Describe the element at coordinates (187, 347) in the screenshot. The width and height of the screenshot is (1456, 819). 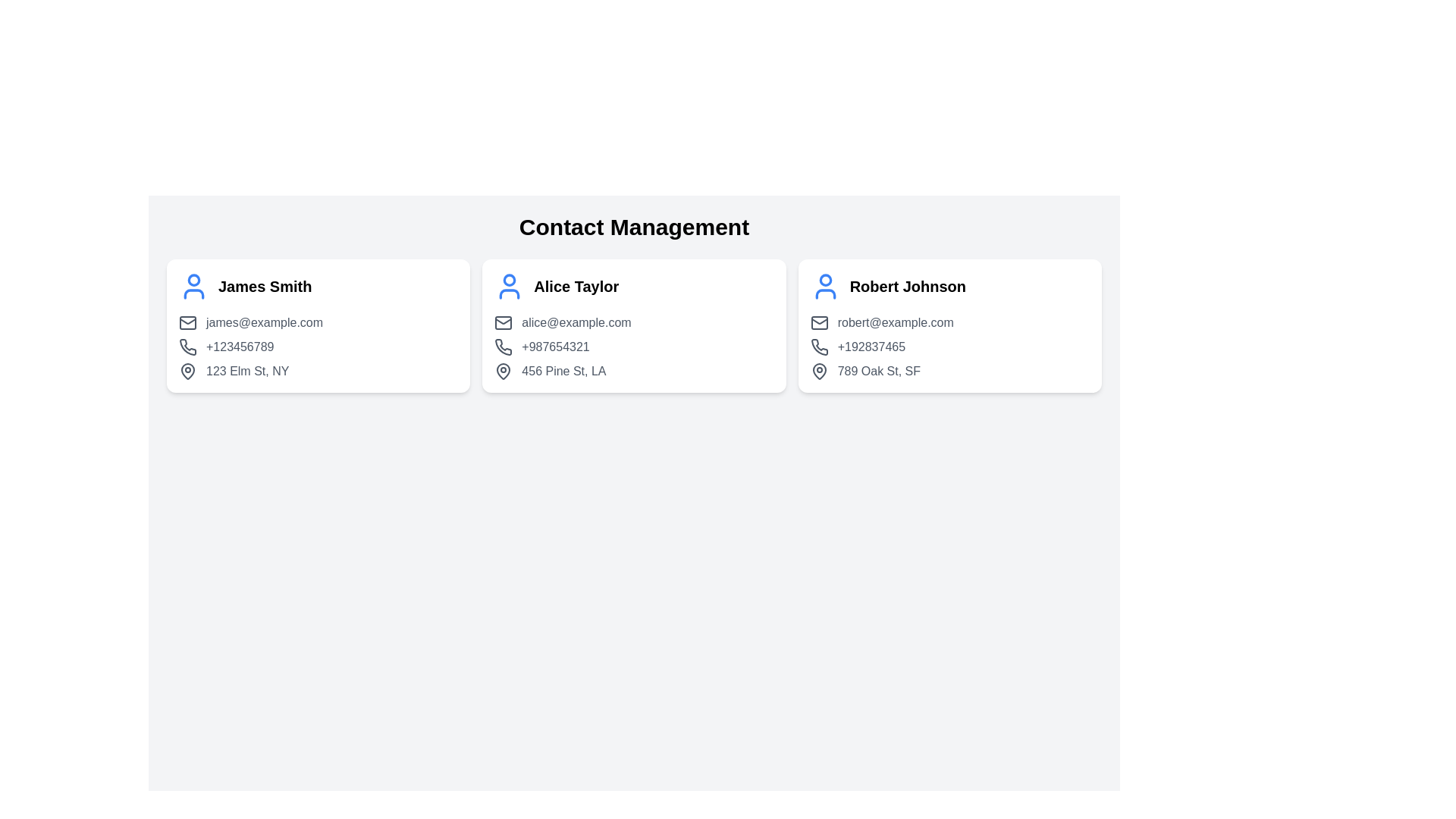
I see `the phone icon representing 'James Smith' located before the phone number '+123456789'` at that location.